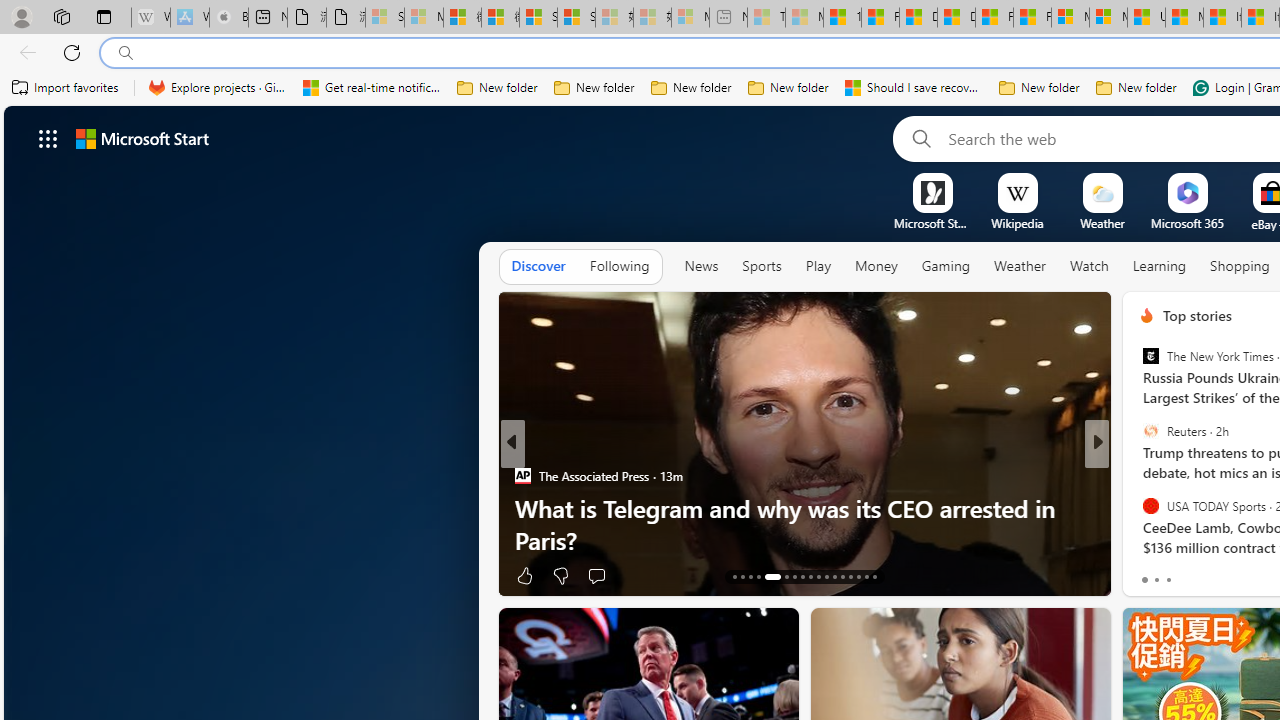 The height and width of the screenshot is (720, 1280). What do you see at coordinates (1088, 266) in the screenshot?
I see `'Watch'` at bounding box center [1088, 266].